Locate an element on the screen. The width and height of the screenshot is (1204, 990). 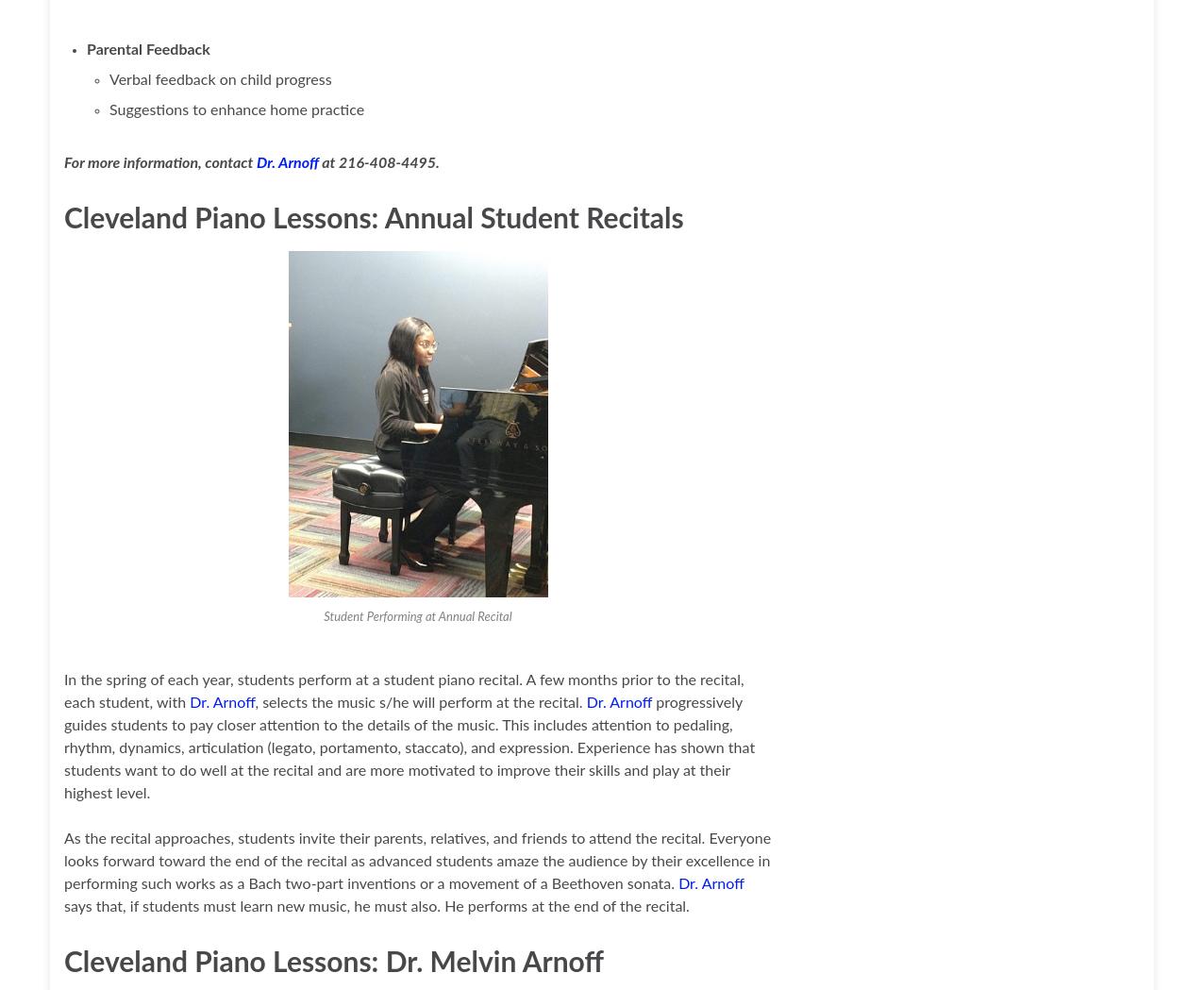
'Student Performing at Annual Recital' is located at coordinates (417, 615).